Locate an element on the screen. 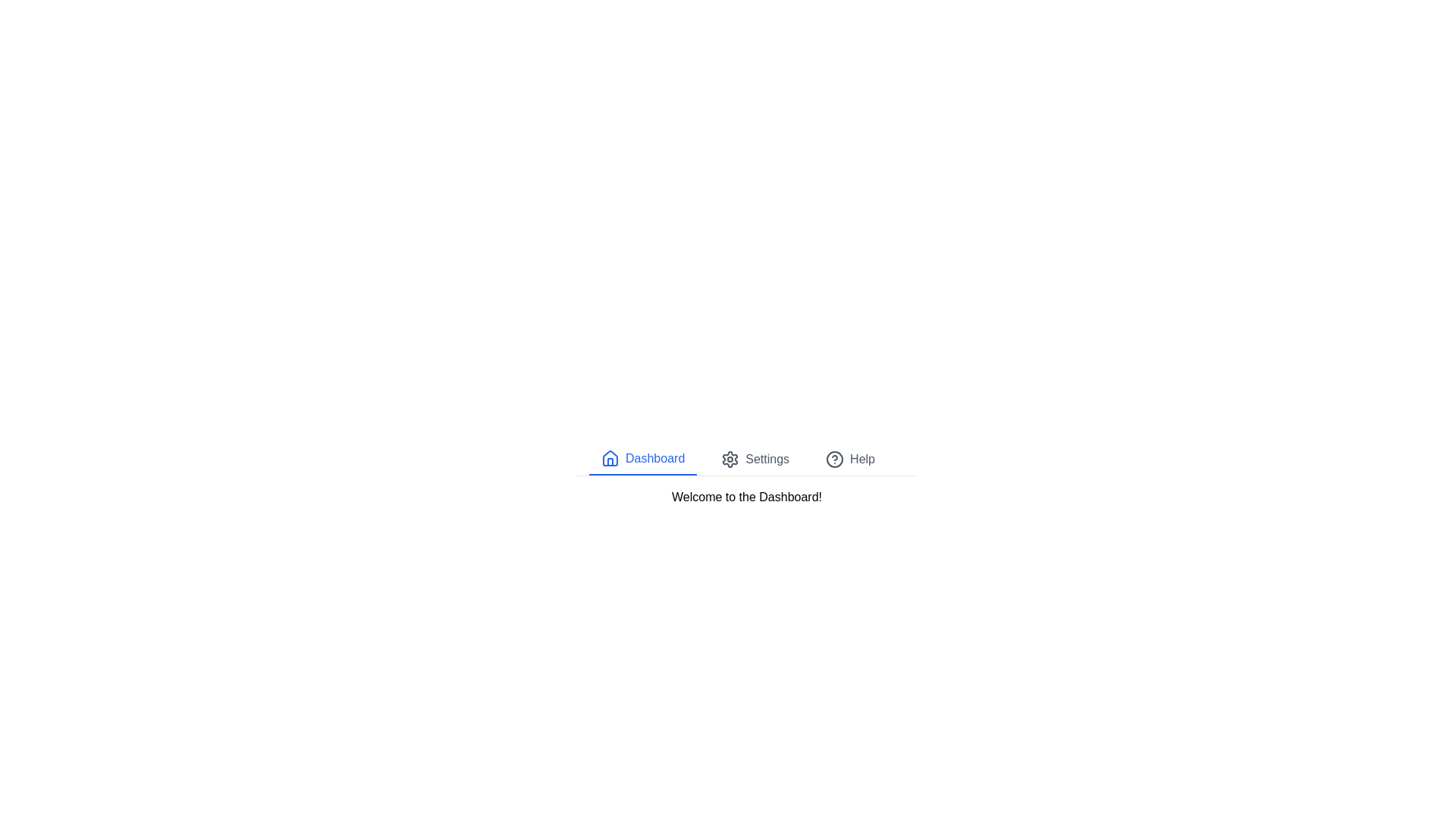 Image resolution: width=1456 pixels, height=819 pixels. the Settings tab to switch the displayed content is located at coordinates (755, 458).